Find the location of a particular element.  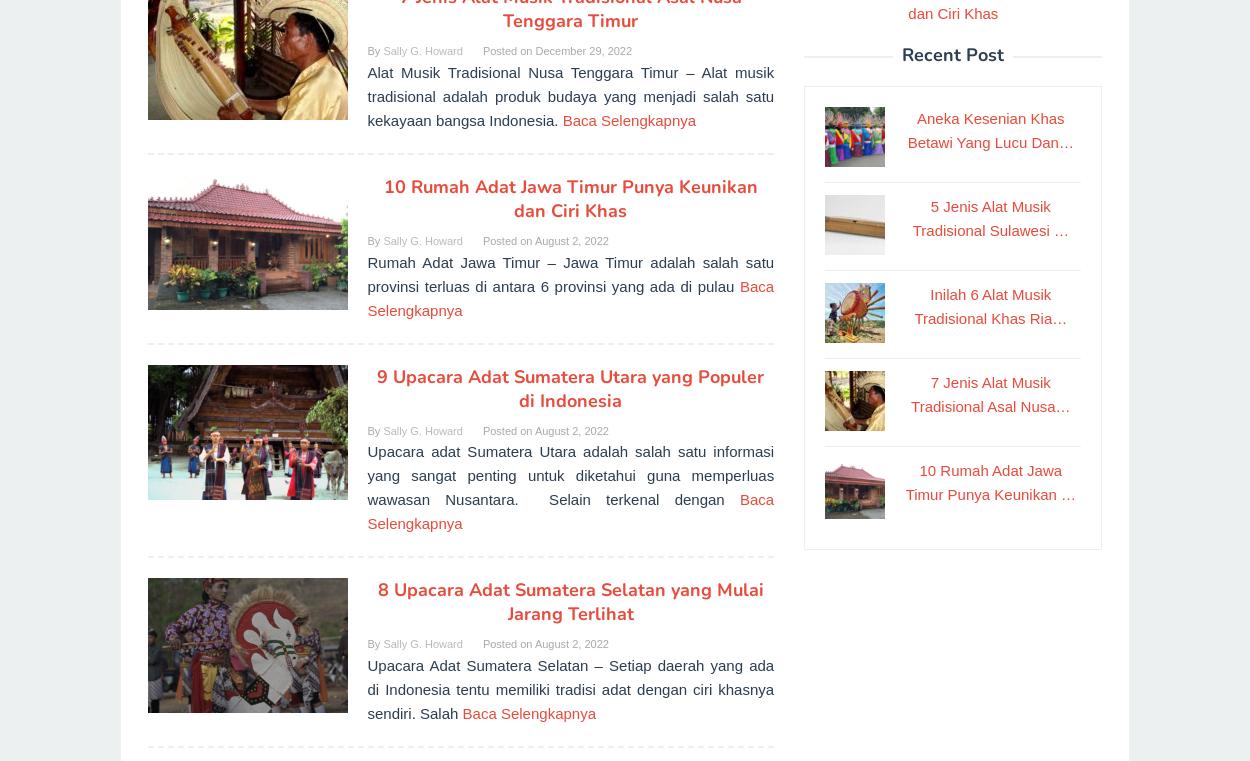

'5 Jenis Alat Musik Tradisional Sulawesi …' is located at coordinates (912, 217).